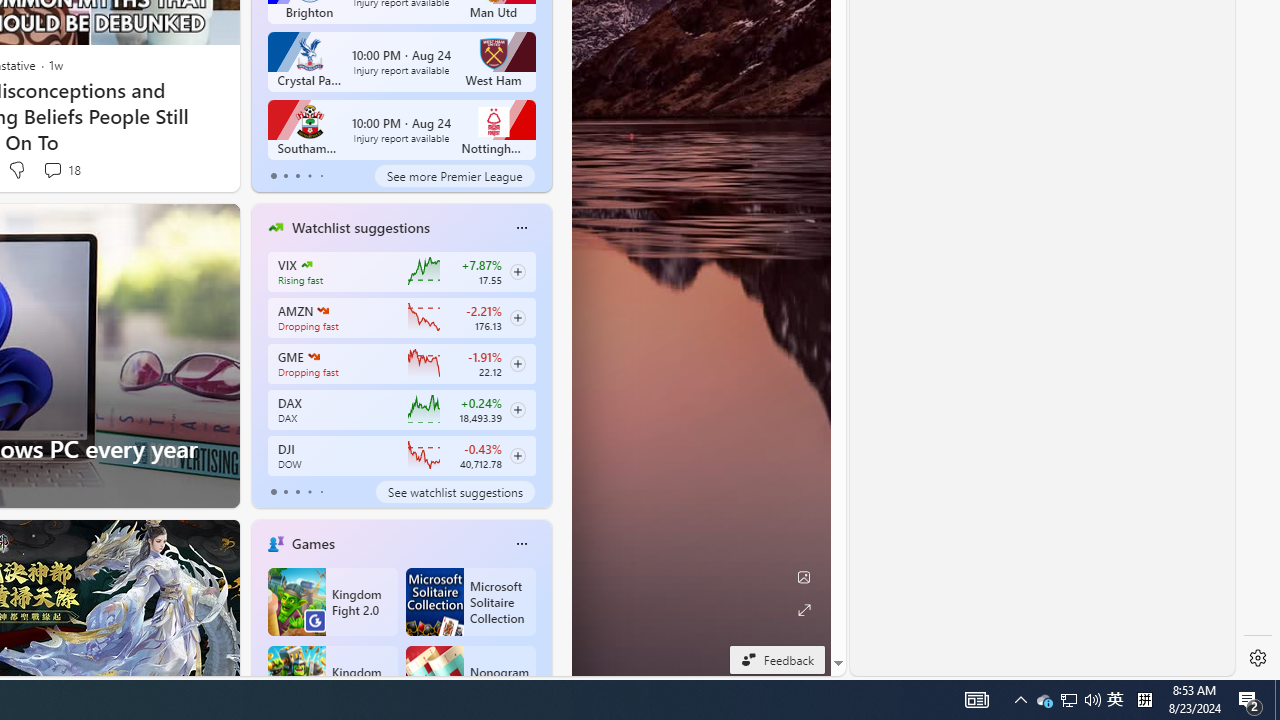  What do you see at coordinates (803, 577) in the screenshot?
I see `'Edit Background'` at bounding box center [803, 577].